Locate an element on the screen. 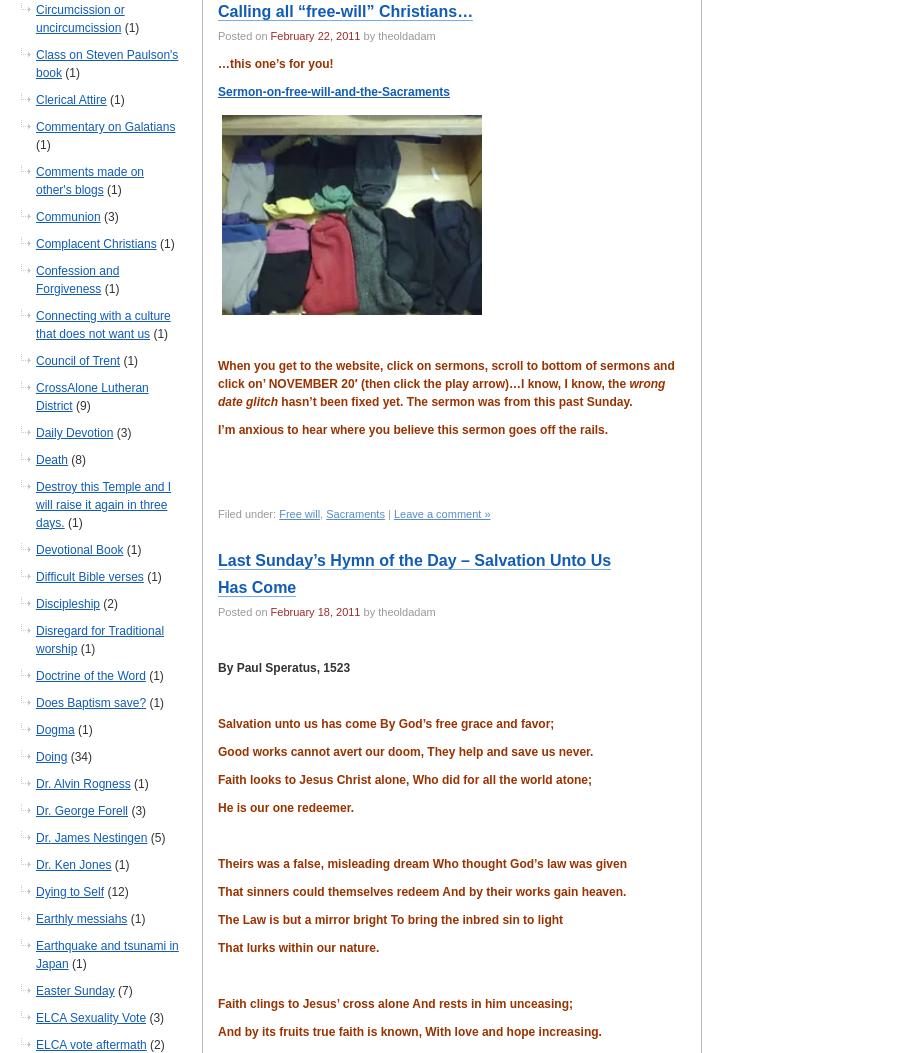 The image size is (904, 1053). 'Dr. Alvin Rogness' is located at coordinates (82, 783).